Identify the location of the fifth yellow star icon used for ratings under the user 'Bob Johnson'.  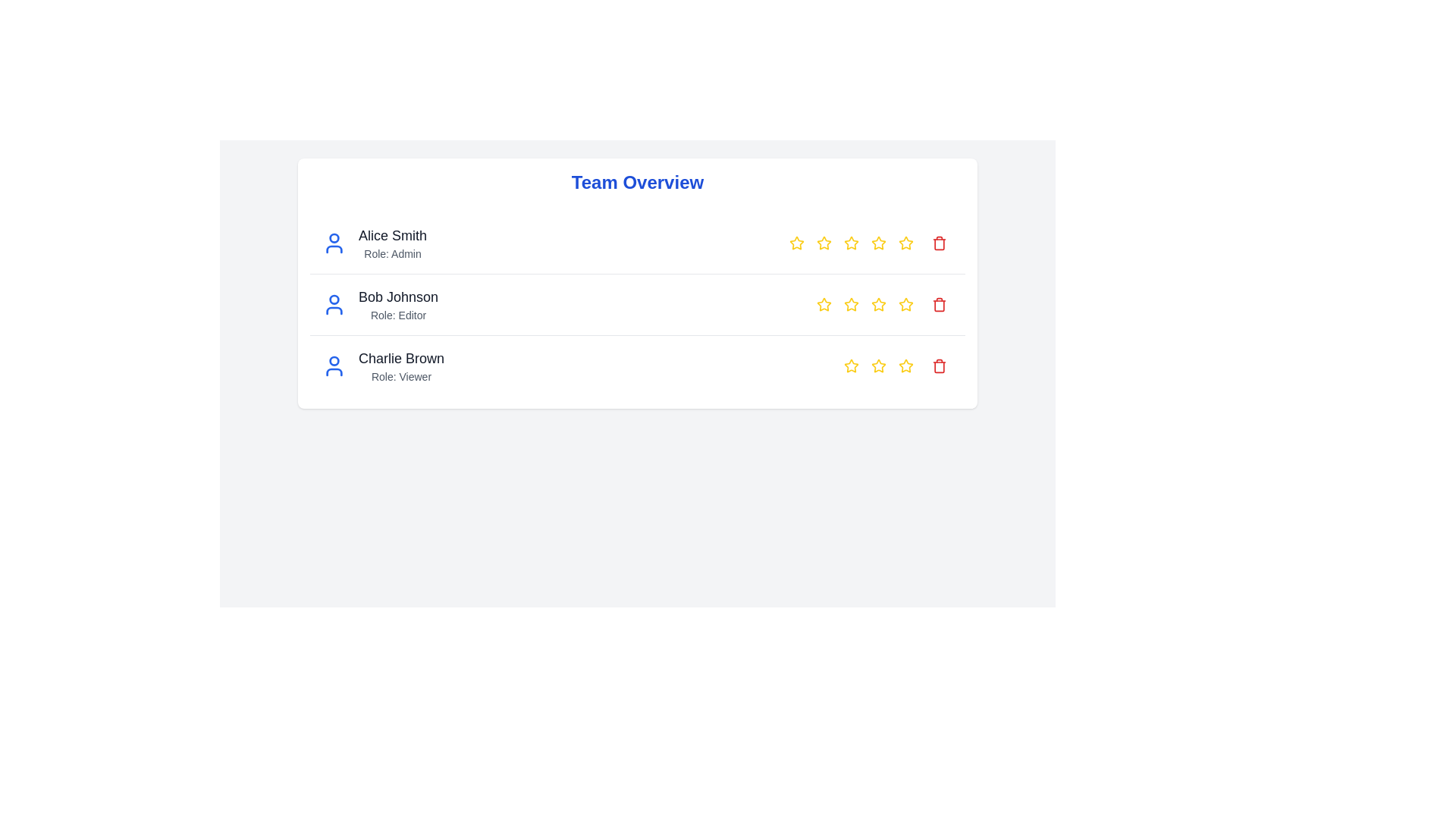
(906, 242).